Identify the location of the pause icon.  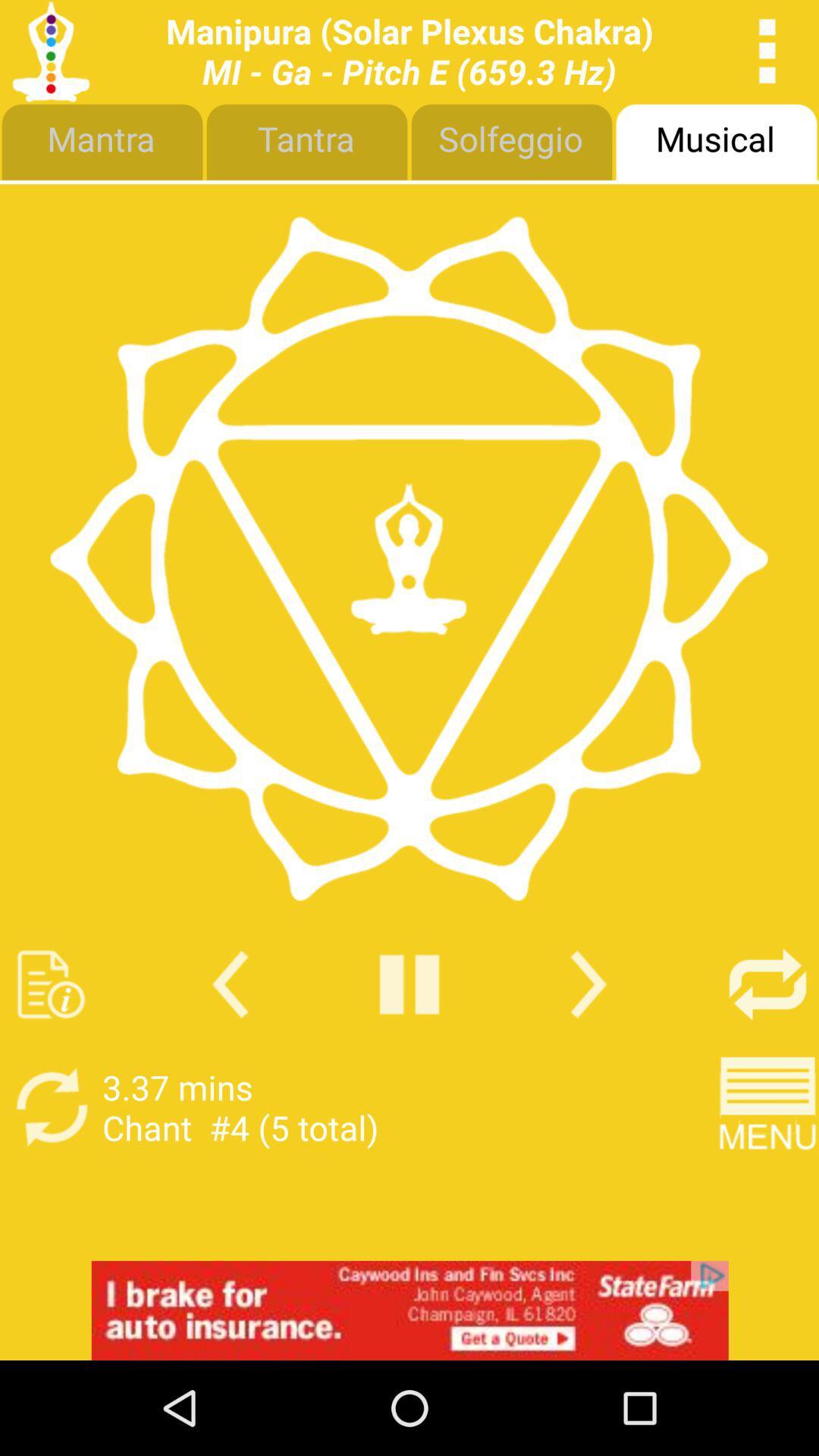
(409, 1053).